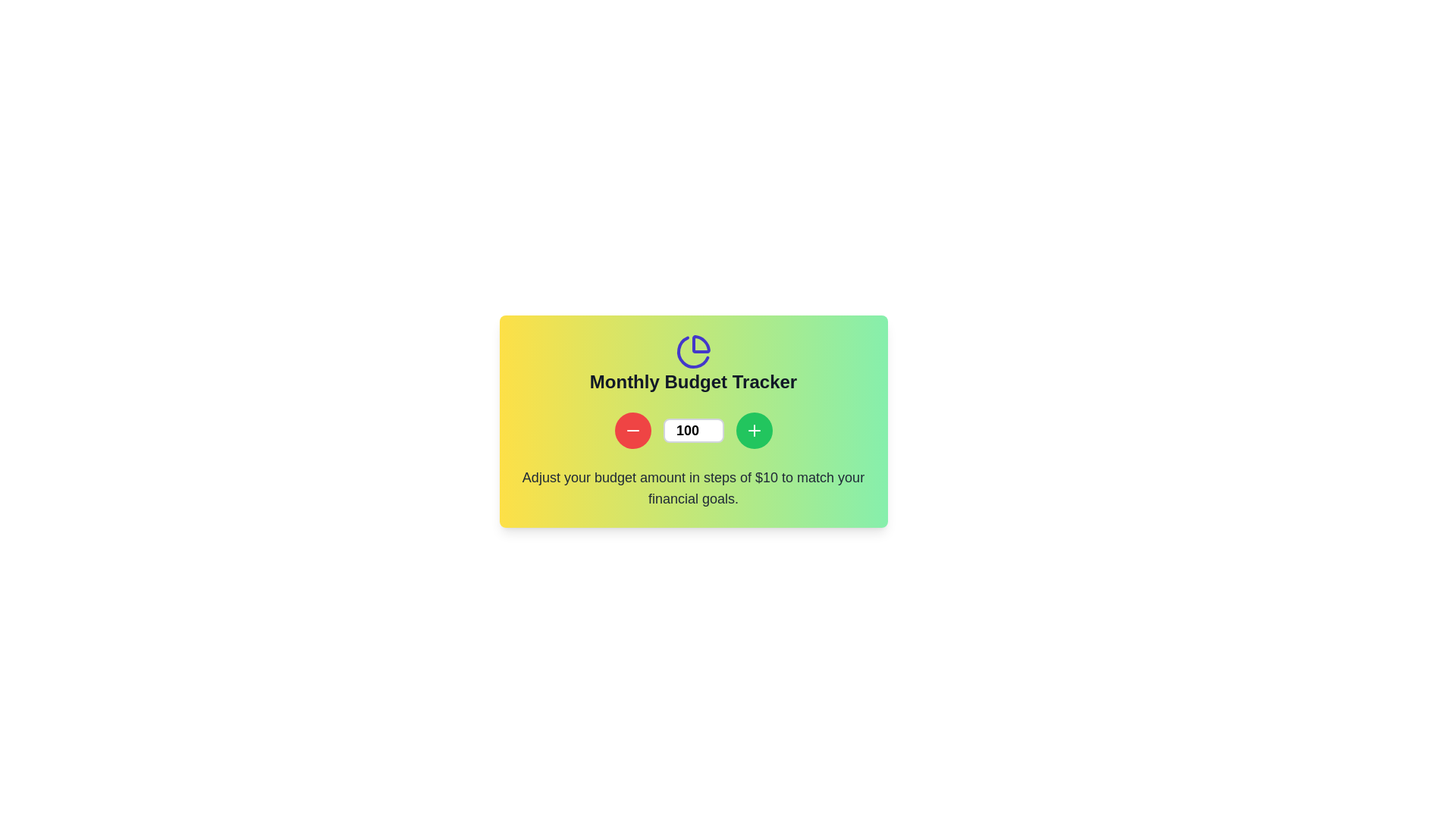  What do you see at coordinates (692, 351) in the screenshot?
I see `the representation of the pie chart icon with a bold blue outline` at bounding box center [692, 351].